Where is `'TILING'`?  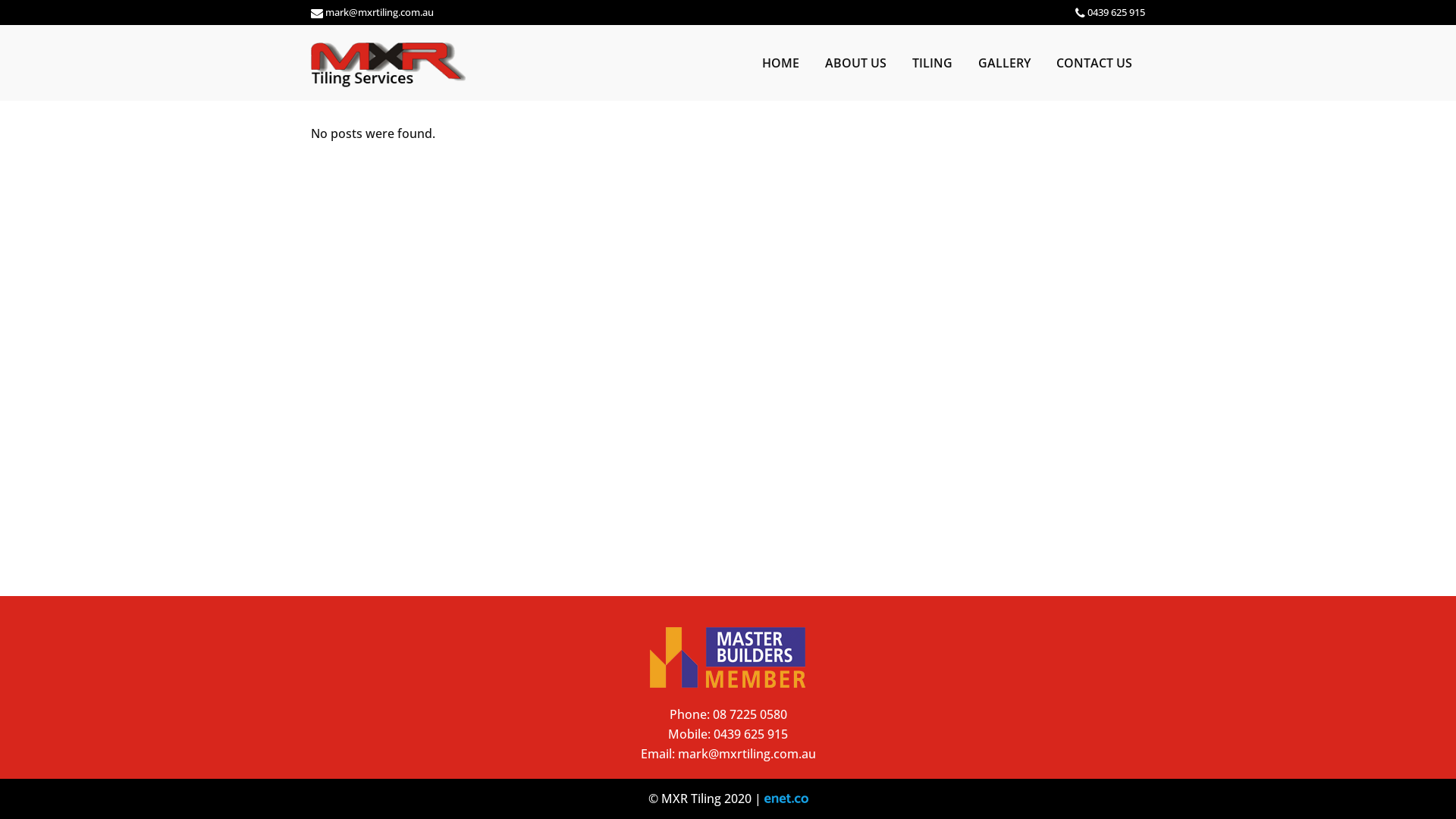 'TILING' is located at coordinates (899, 62).